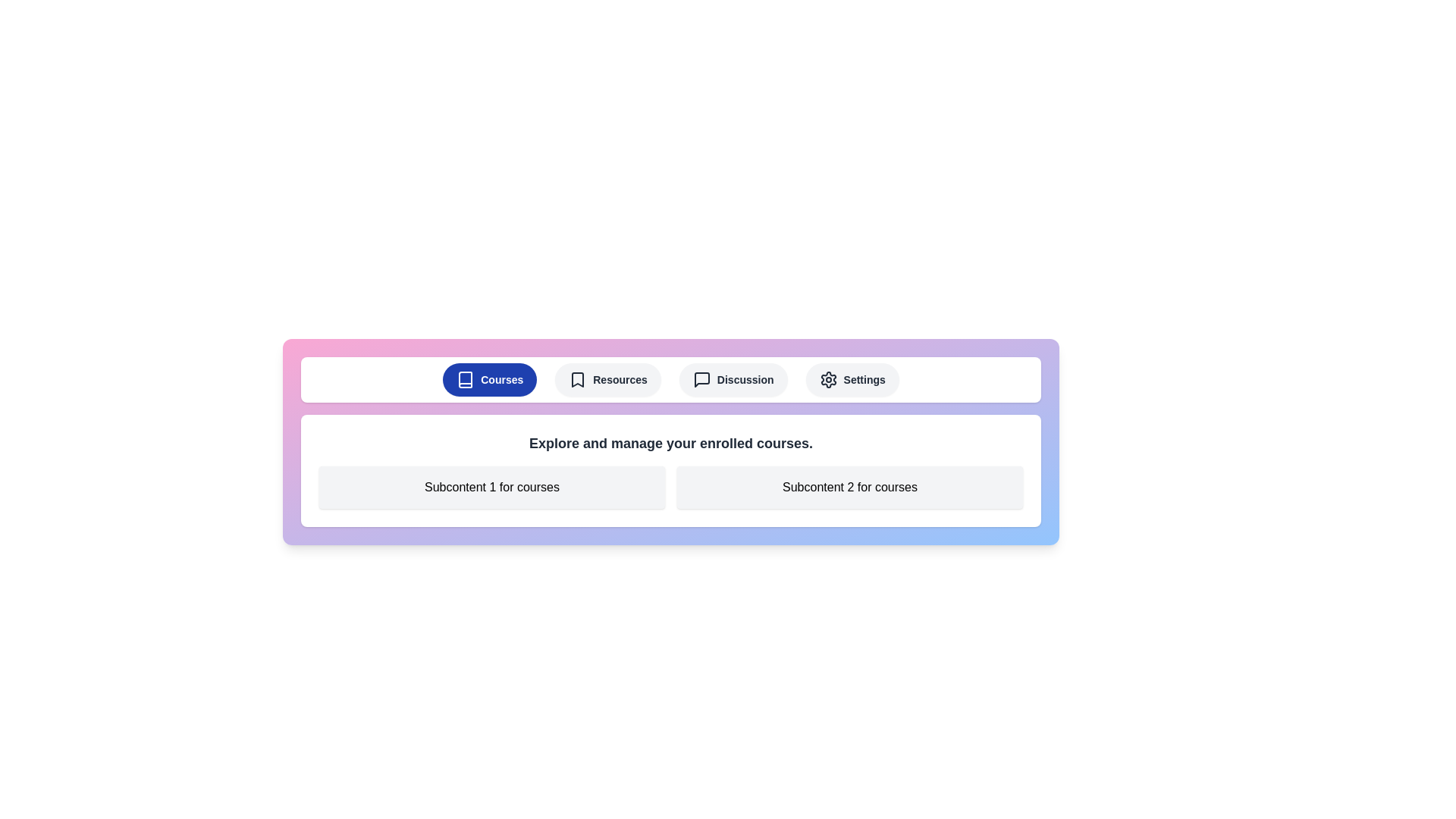  Describe the element at coordinates (701, 379) in the screenshot. I see `the 'Discussion' icon located in the navigation bar at the top of the central widget section` at that location.